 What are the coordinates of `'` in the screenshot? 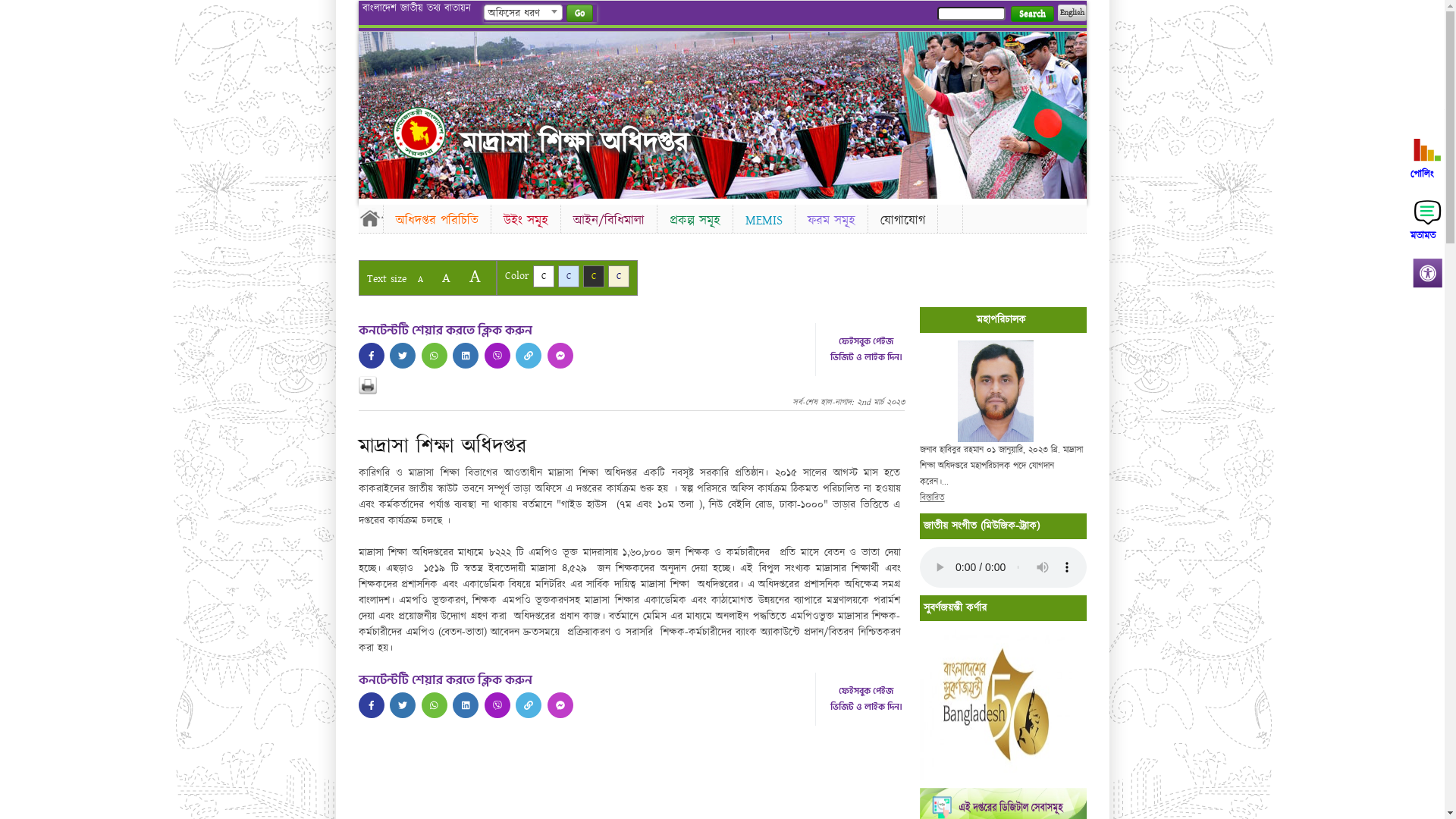 It's located at (419, 131).